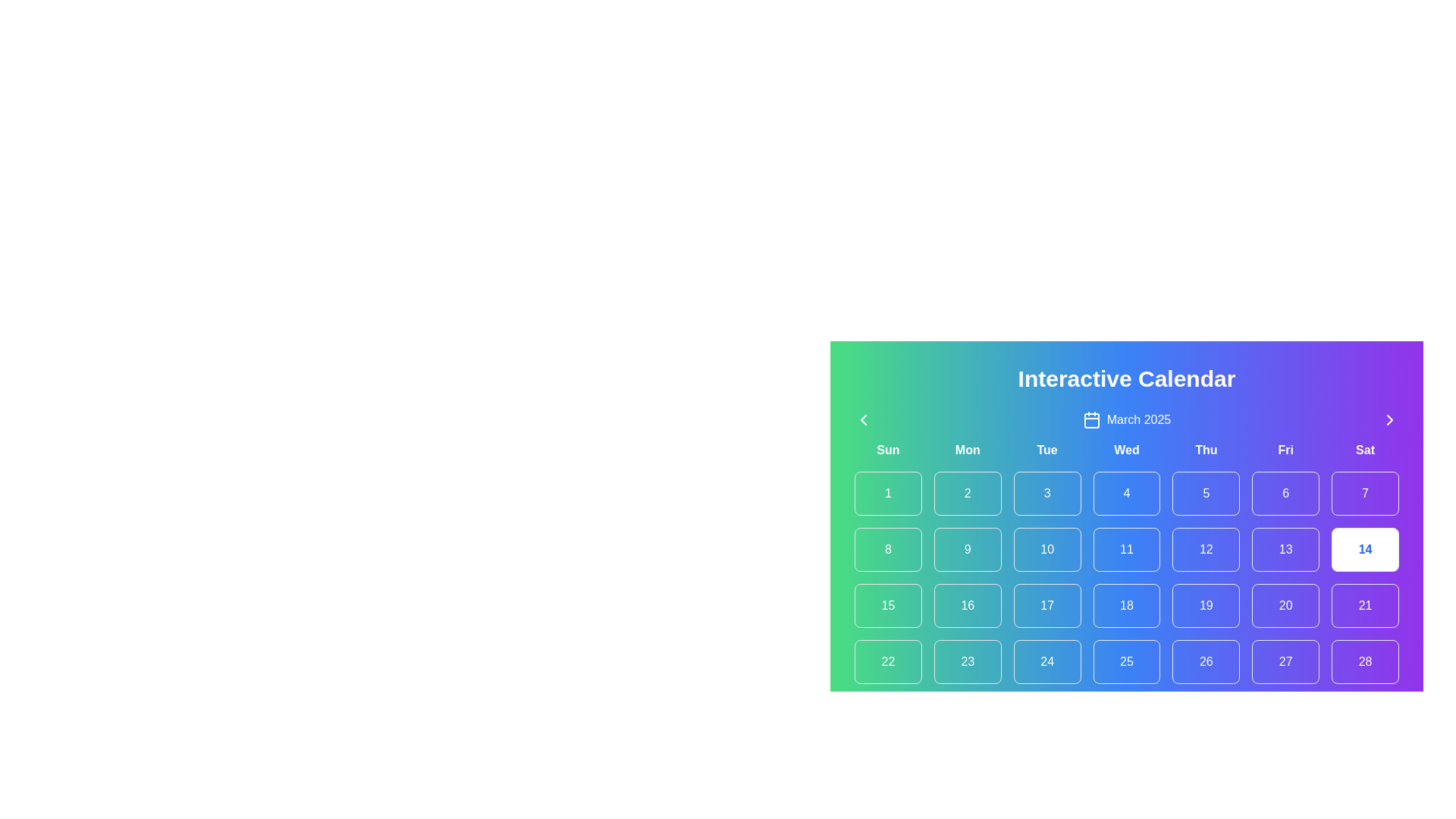  I want to click on the text label displaying 'Wed', which is styled in bold white font on a blue background, located in the calendar UI as the fourth day label in the row of seven, so click(1127, 450).